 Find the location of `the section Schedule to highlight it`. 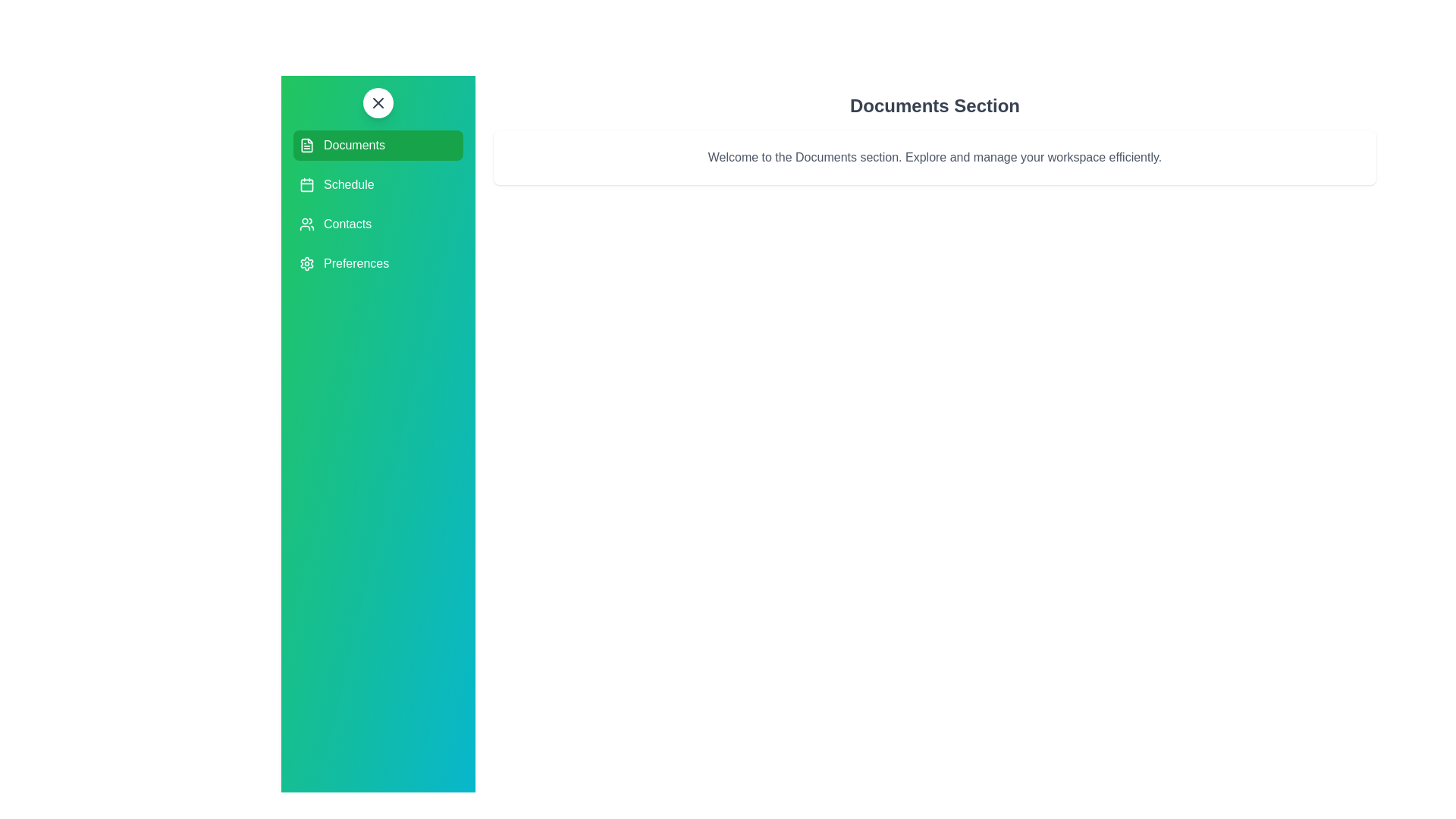

the section Schedule to highlight it is located at coordinates (378, 184).